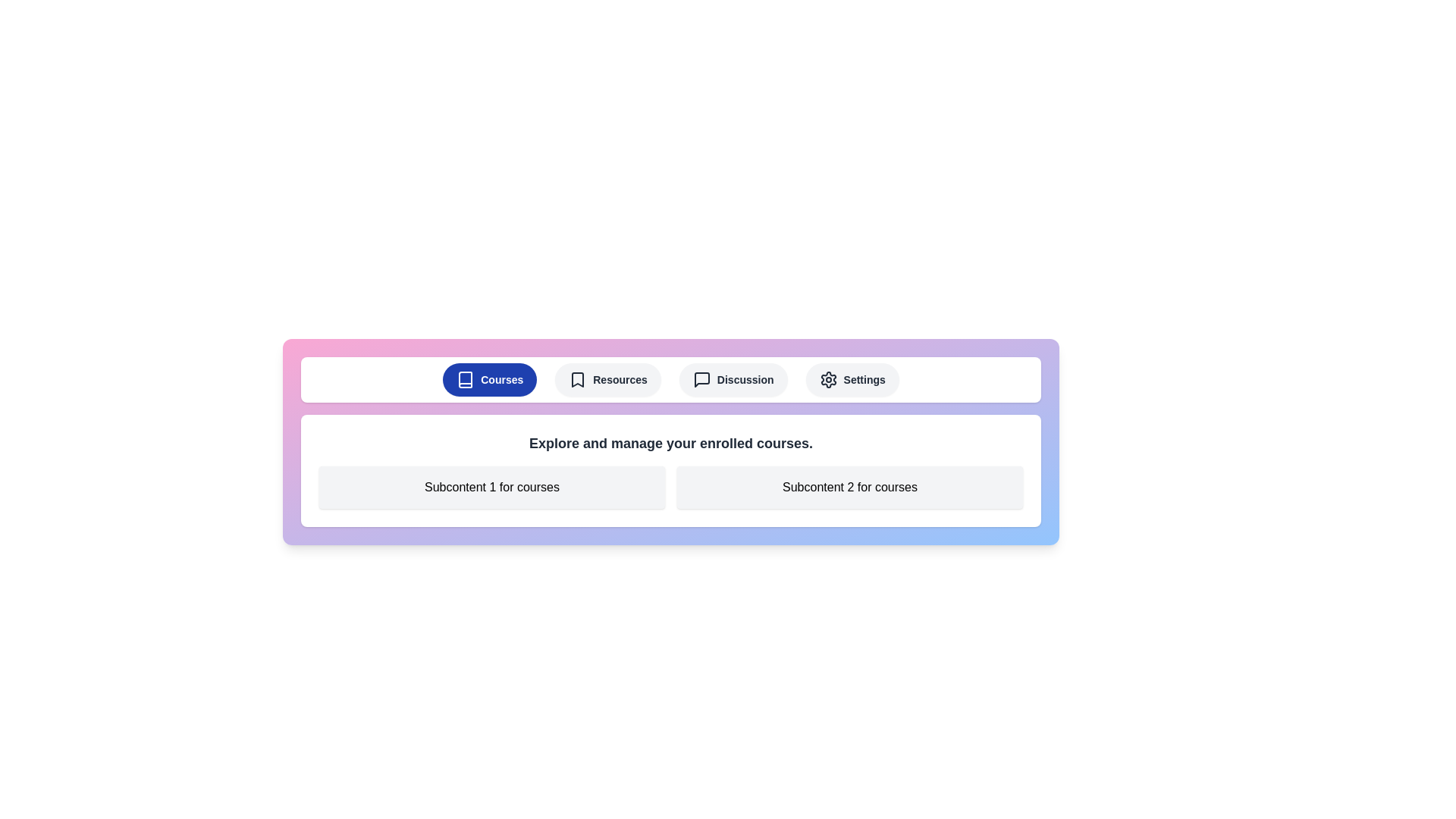 The width and height of the screenshot is (1456, 819). Describe the element at coordinates (465, 379) in the screenshot. I see `the book icon SVG element located within the 'Courses' button in the top-left section of the interface` at that location.